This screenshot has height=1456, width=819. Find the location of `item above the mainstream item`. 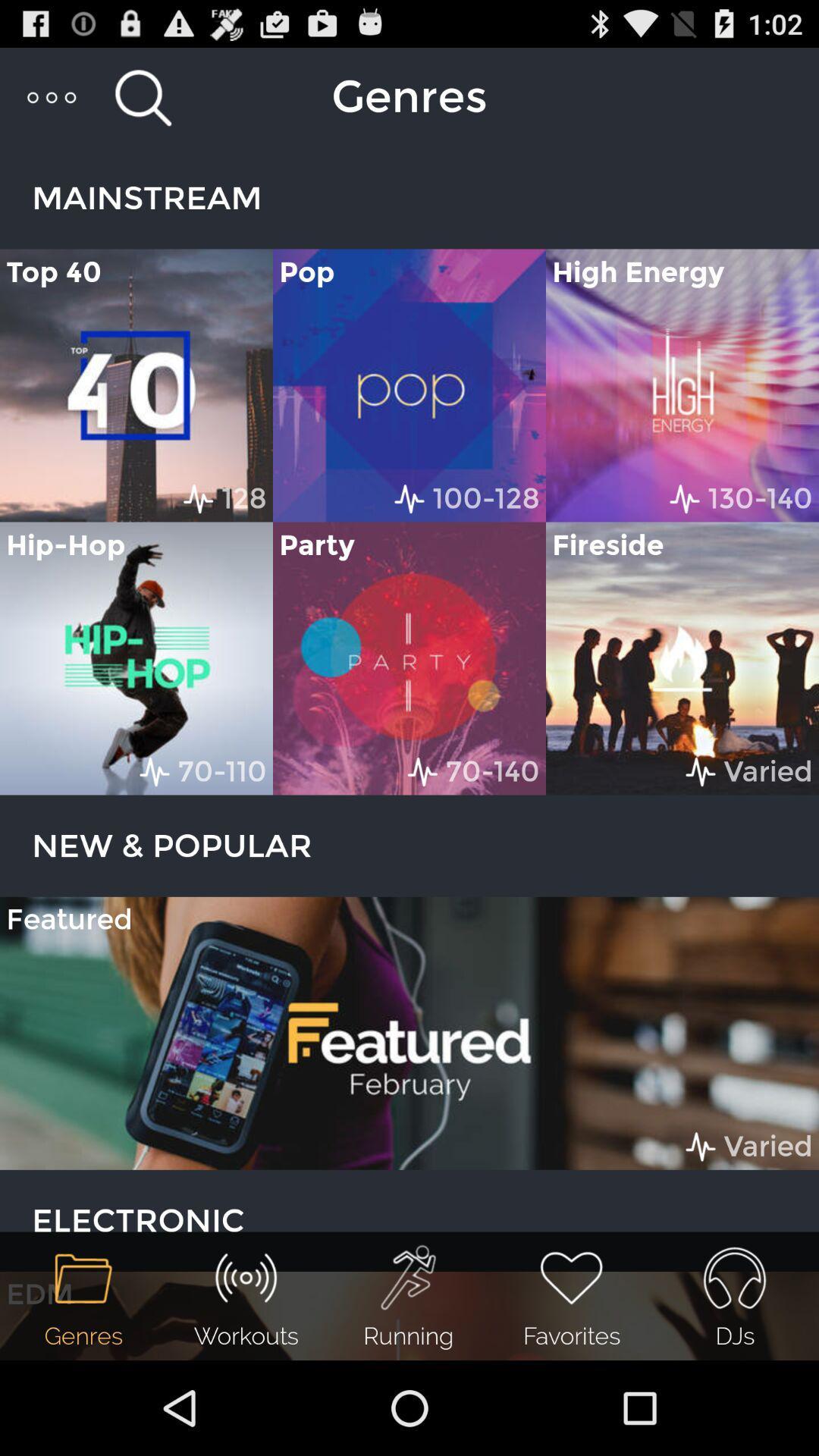

item above the mainstream item is located at coordinates (143, 96).